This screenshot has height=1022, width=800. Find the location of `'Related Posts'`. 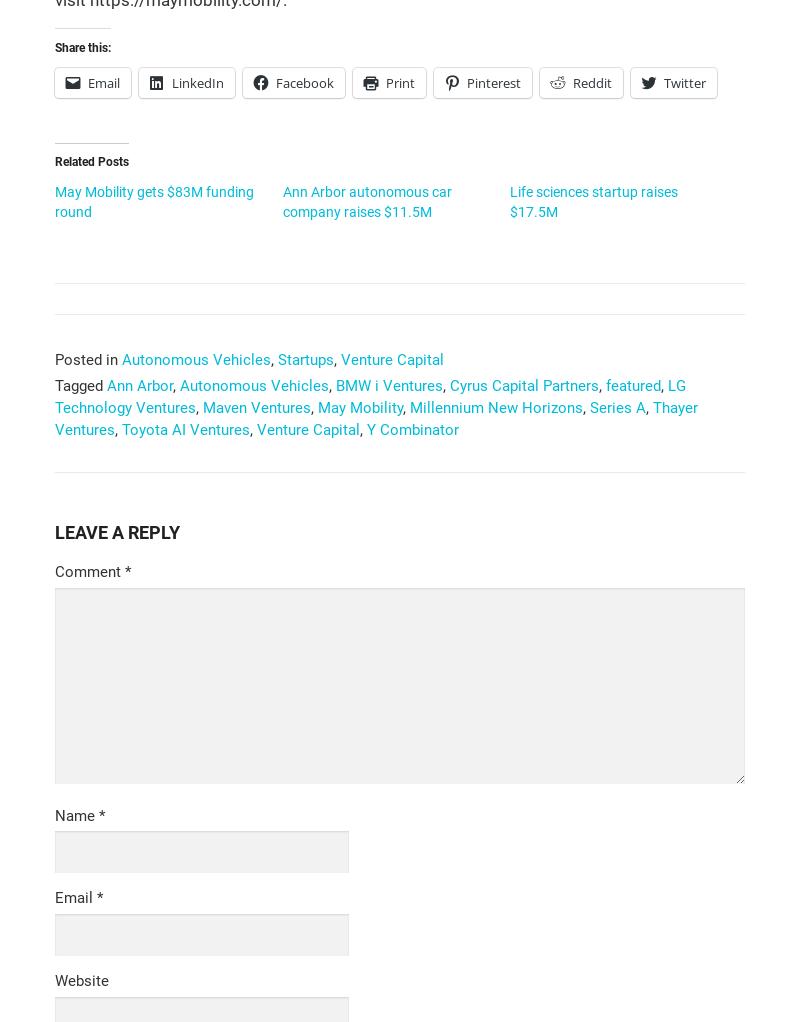

'Related Posts' is located at coordinates (92, 160).